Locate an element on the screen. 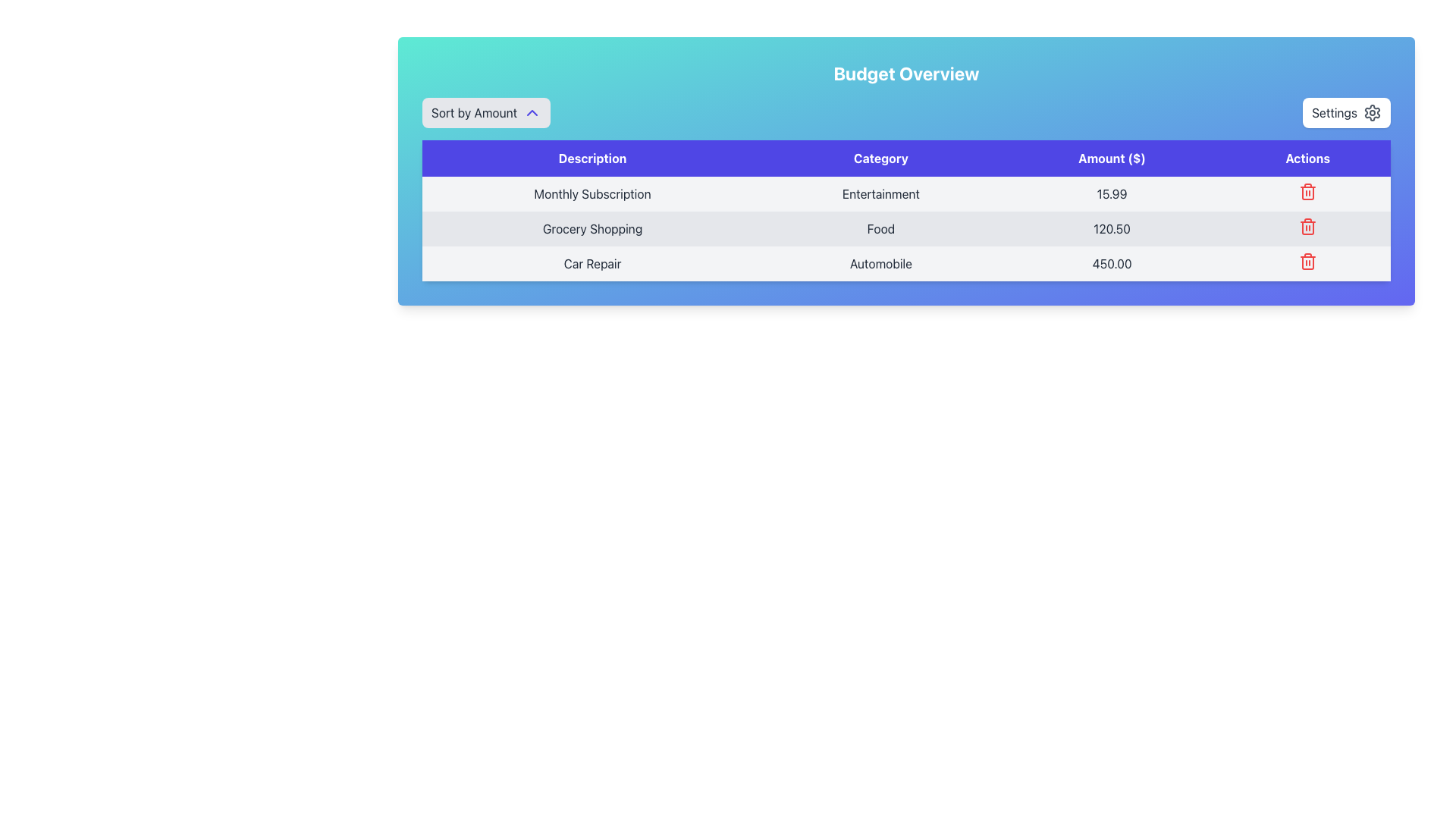 The image size is (1456, 819). the delete button for the 'Car Repair' entry, which is the last icon in the 'Actions' column of the last table row is located at coordinates (1306, 260).